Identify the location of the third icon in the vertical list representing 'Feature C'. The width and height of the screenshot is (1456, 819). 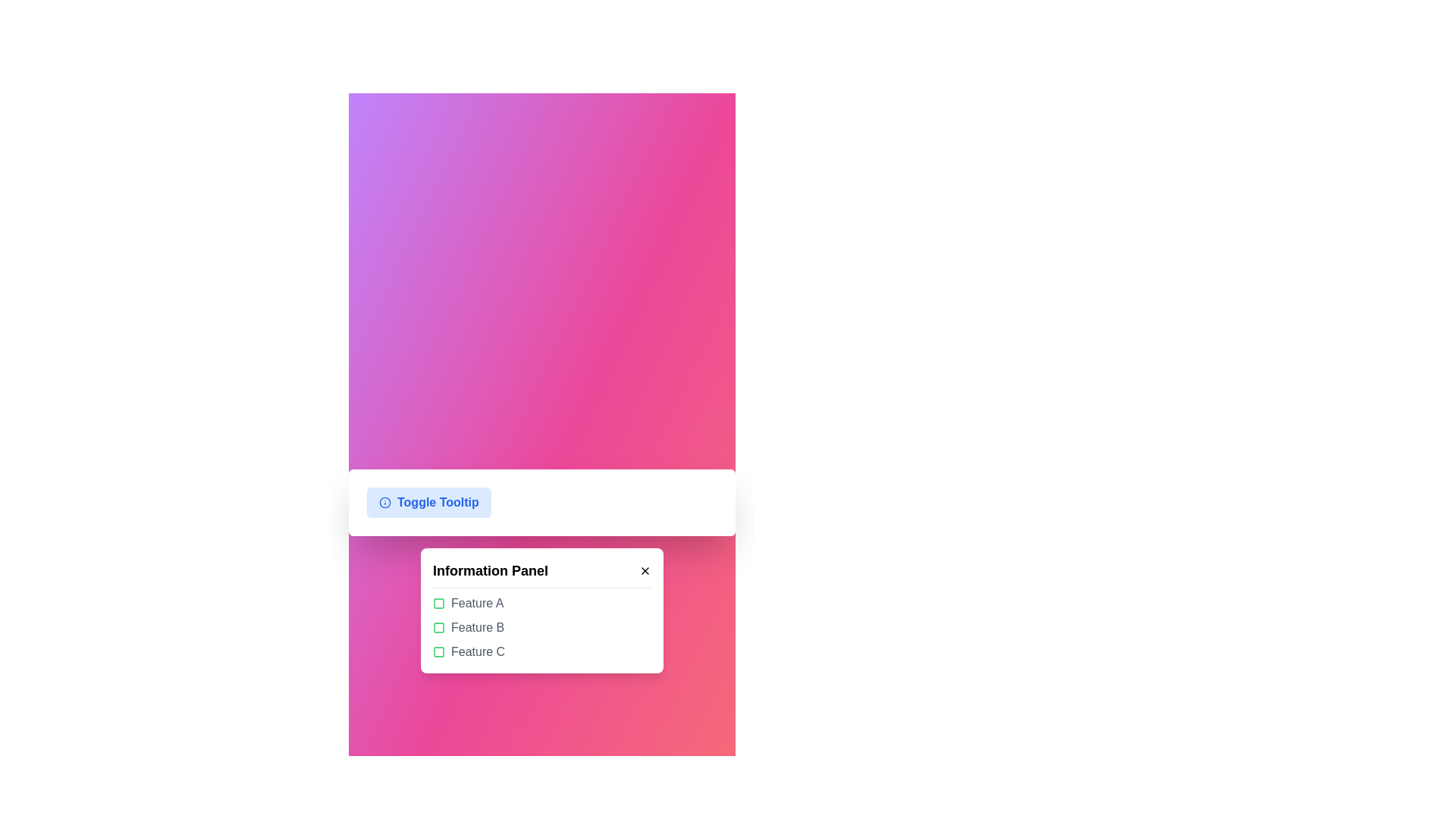
(438, 651).